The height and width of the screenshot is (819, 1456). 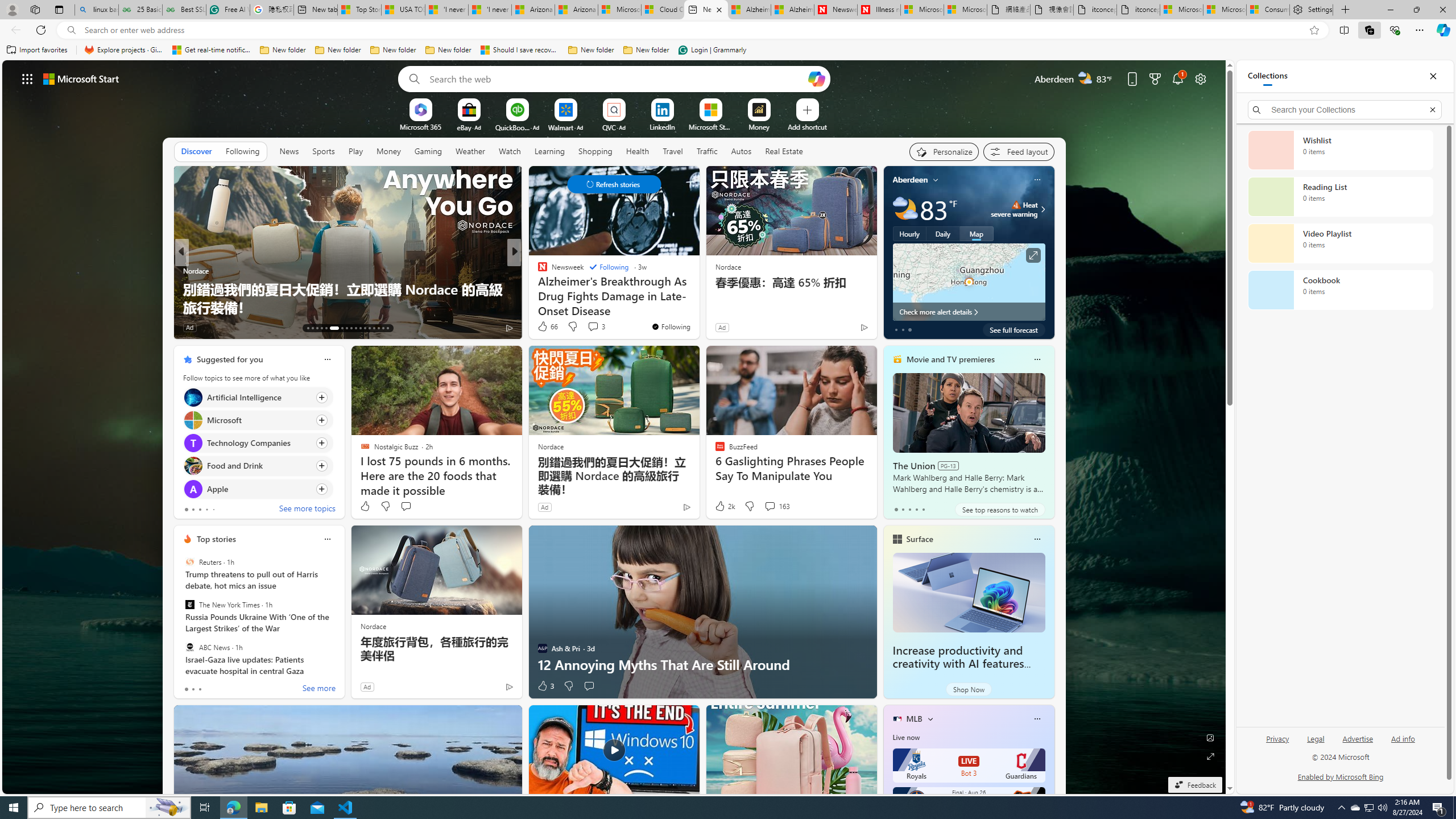 I want to click on 'The New York Times', so click(x=190, y=604).